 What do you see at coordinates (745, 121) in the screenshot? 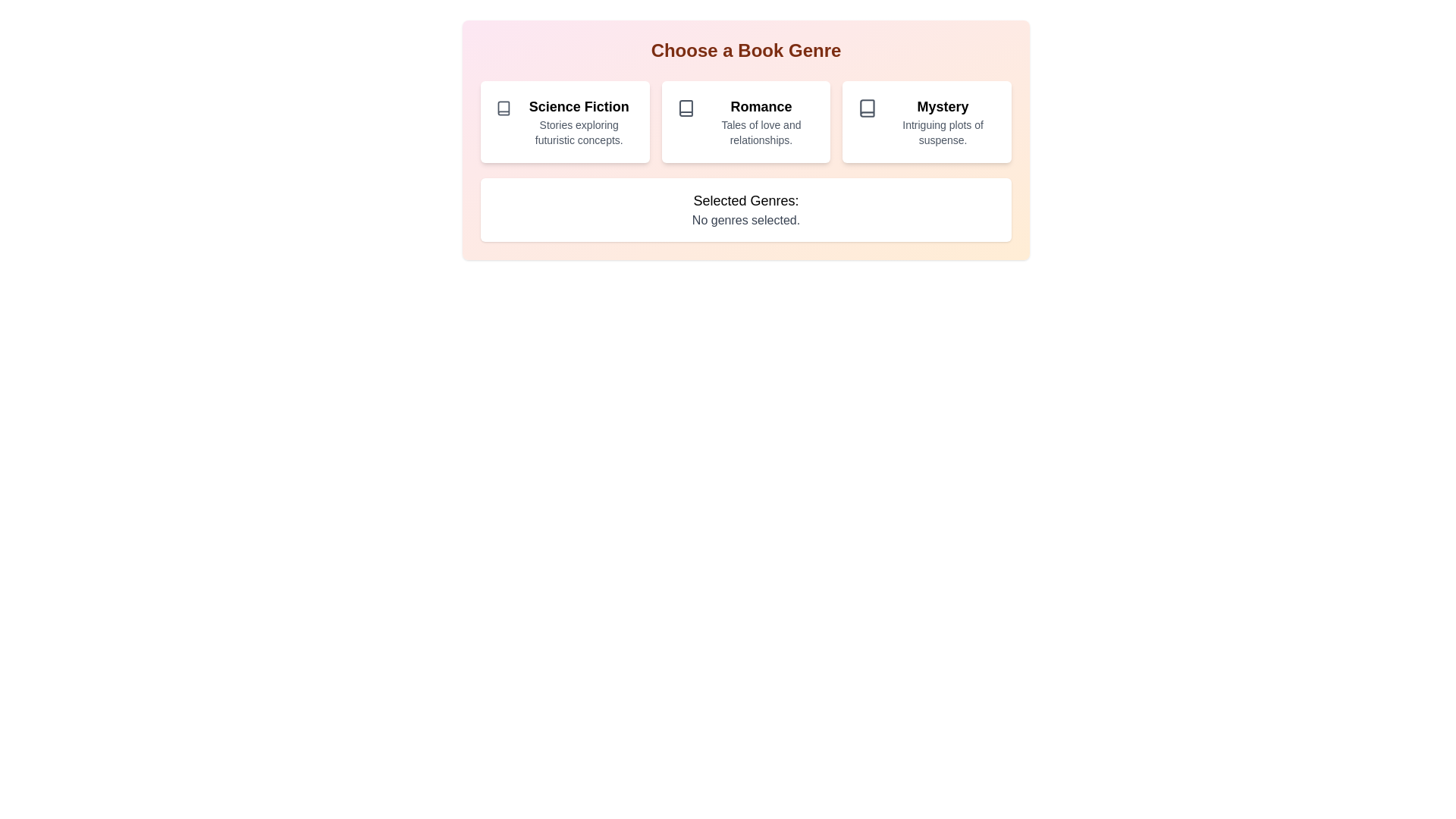
I see `the 'Romance' genre selectable card in the genre selection menu` at bounding box center [745, 121].